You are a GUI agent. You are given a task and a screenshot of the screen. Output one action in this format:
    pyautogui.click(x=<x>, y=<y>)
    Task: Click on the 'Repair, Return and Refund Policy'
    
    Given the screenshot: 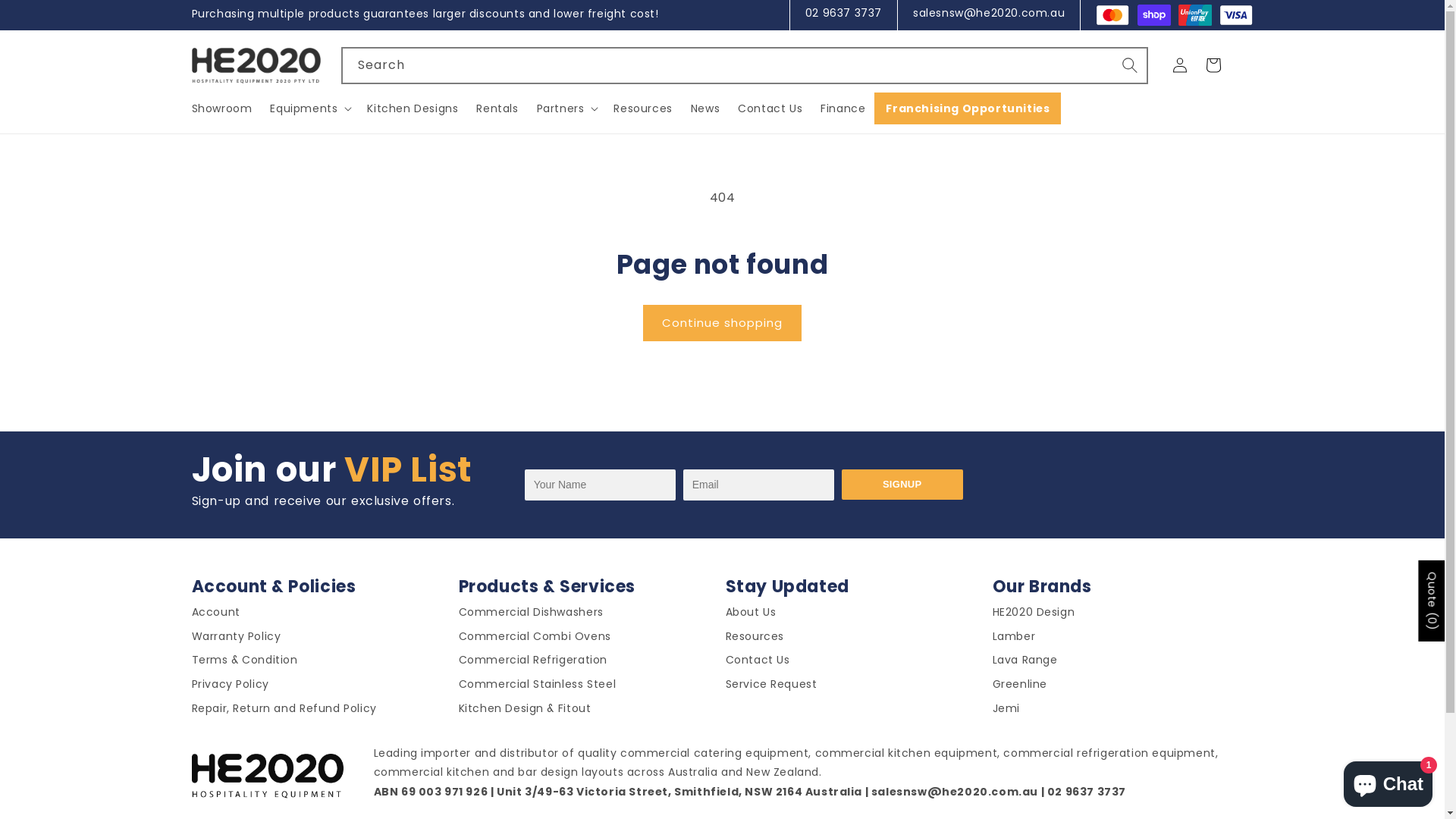 What is the action you would take?
    pyautogui.click(x=284, y=711)
    